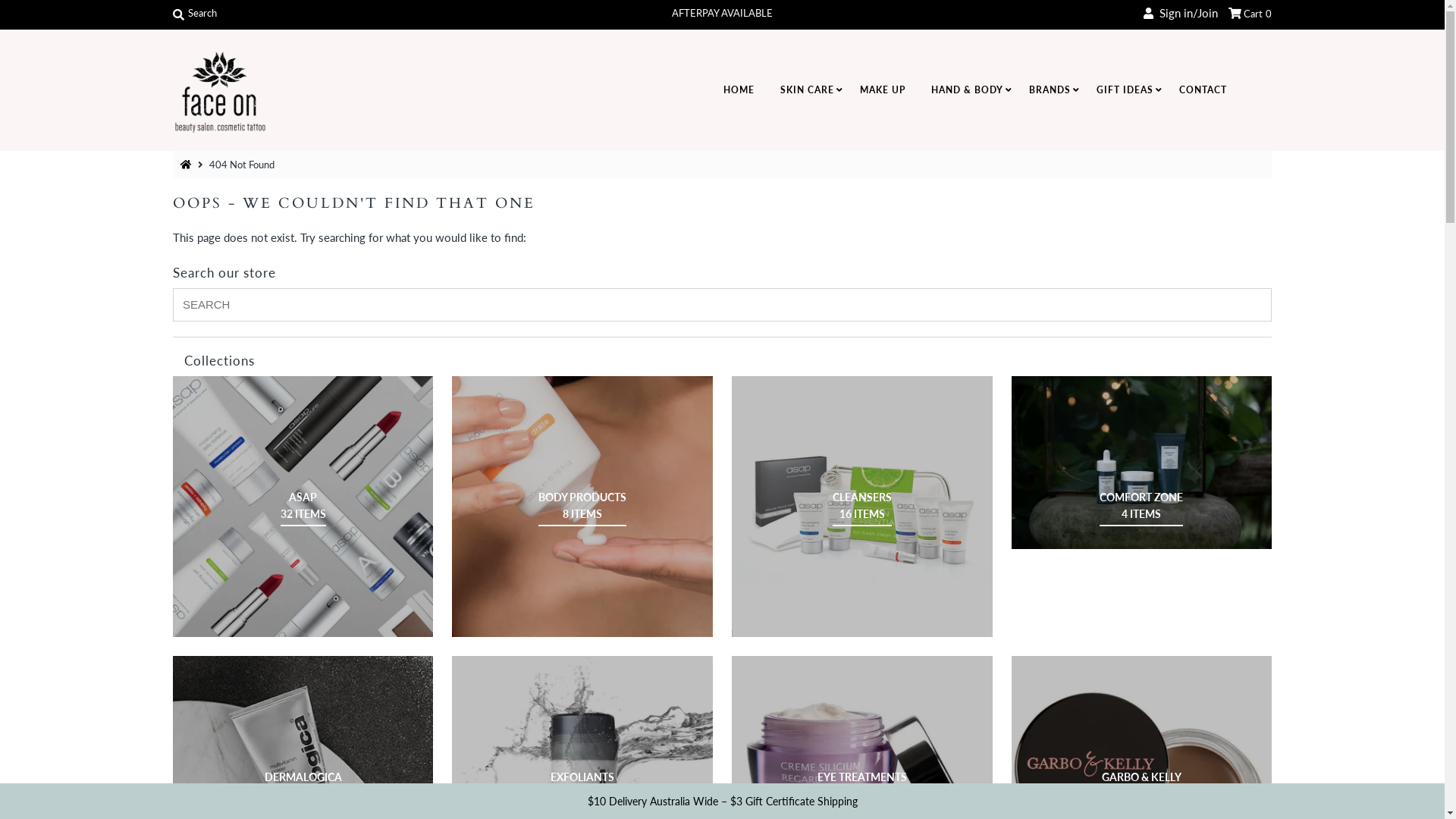 The height and width of the screenshot is (819, 1456). I want to click on 'HOME', so click(710, 90).